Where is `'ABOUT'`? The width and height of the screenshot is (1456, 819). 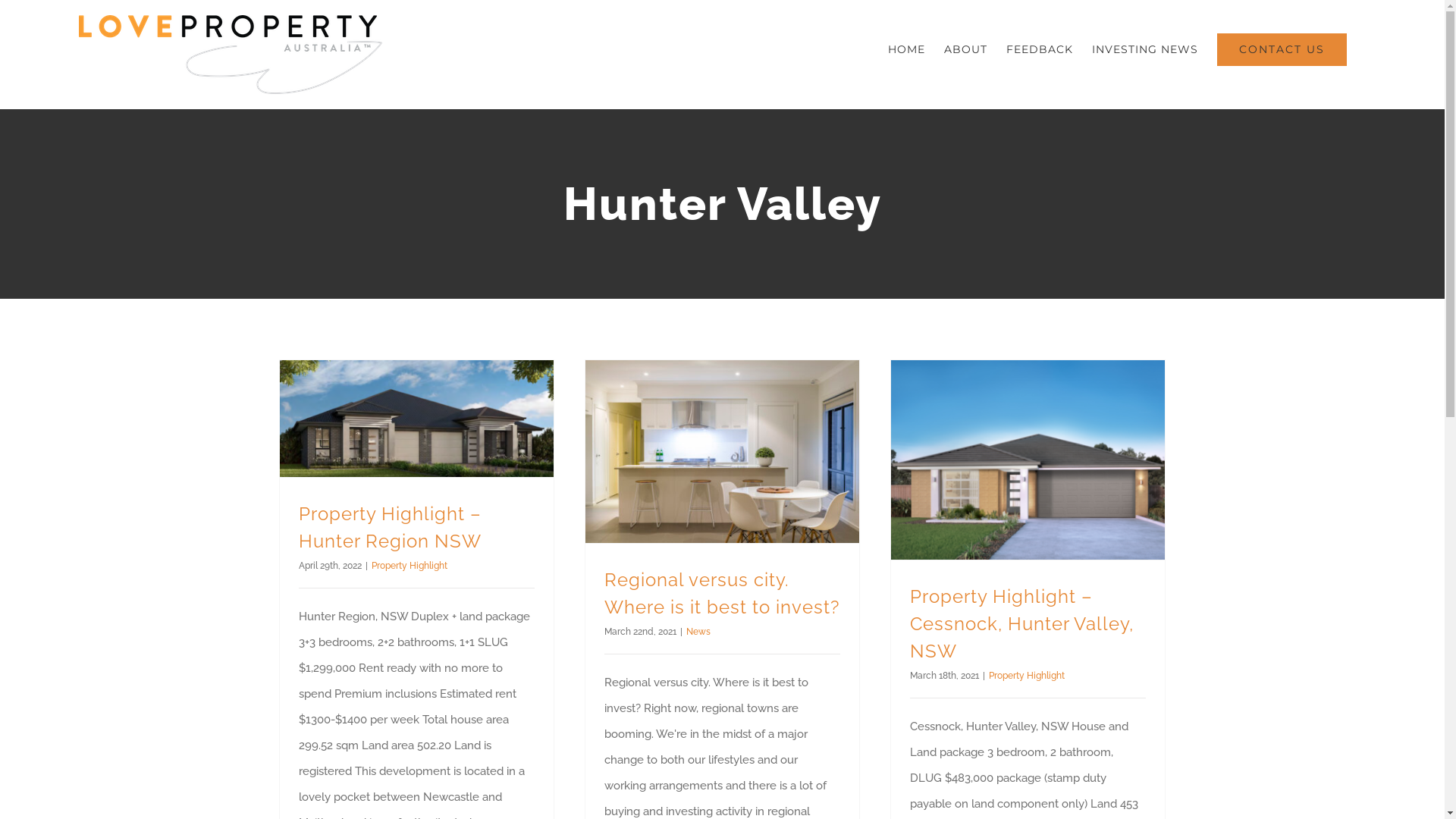
'ABOUT' is located at coordinates (965, 49).